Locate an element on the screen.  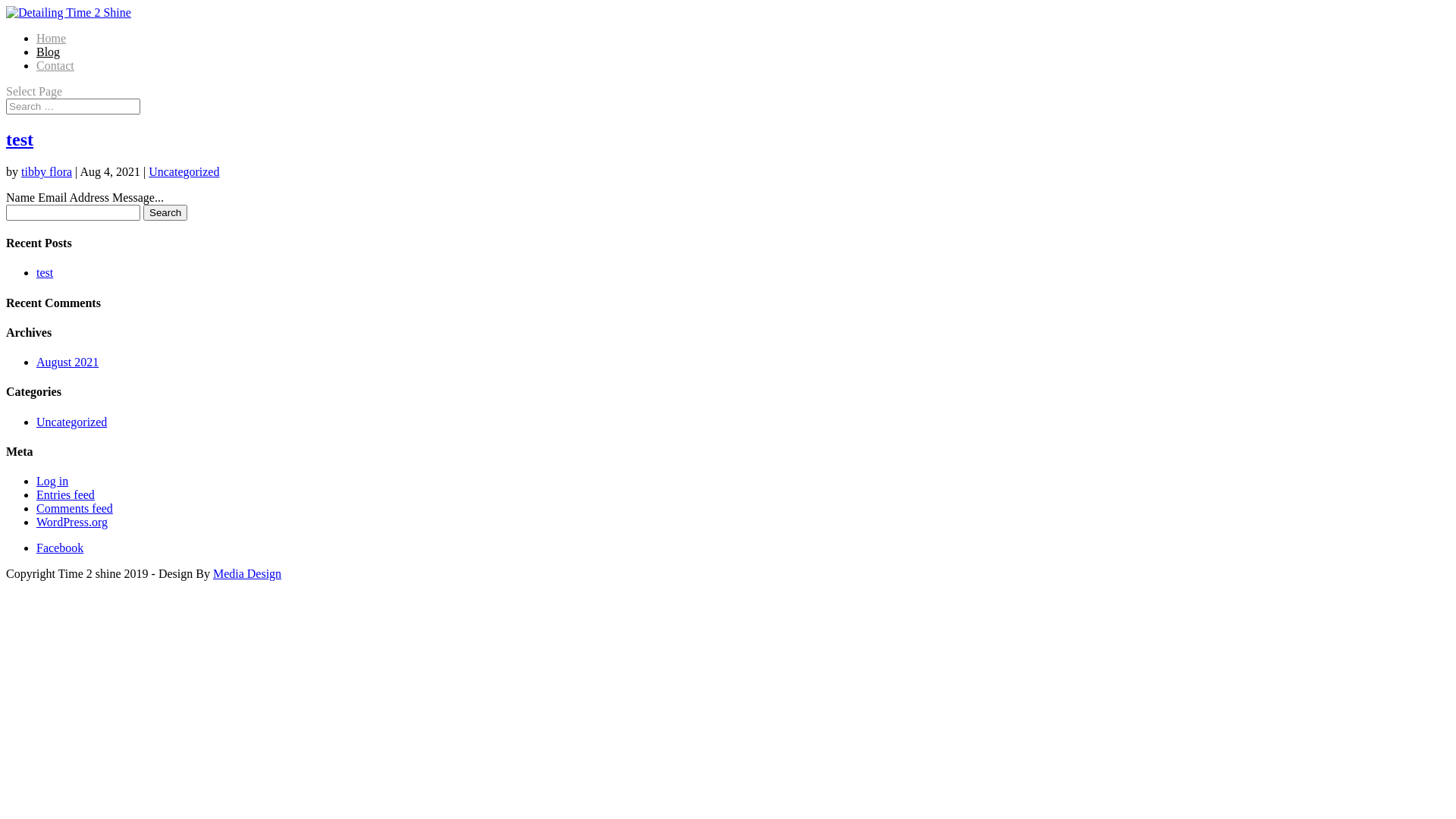
'Home' is located at coordinates (51, 37).